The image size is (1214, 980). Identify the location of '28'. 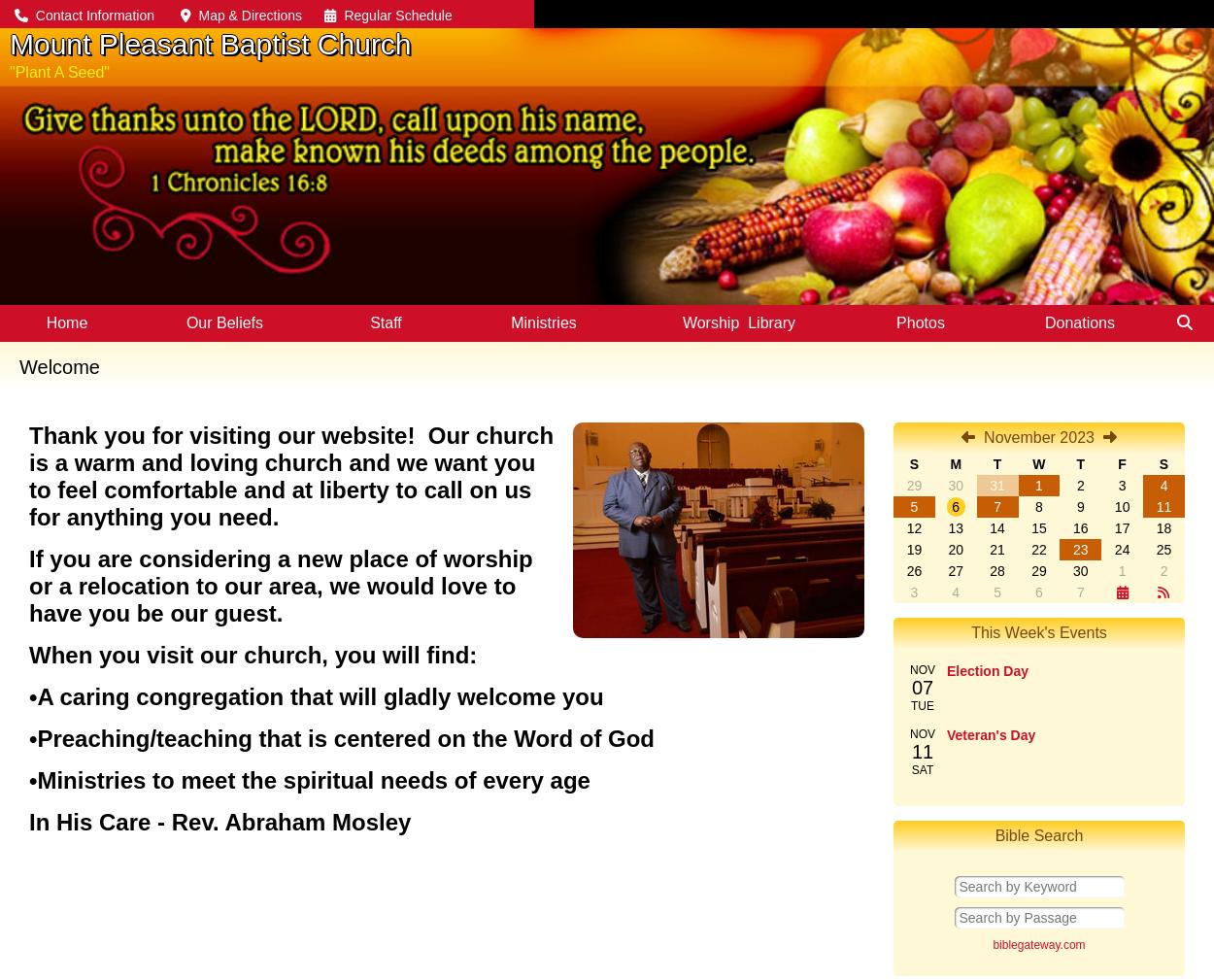
(990, 571).